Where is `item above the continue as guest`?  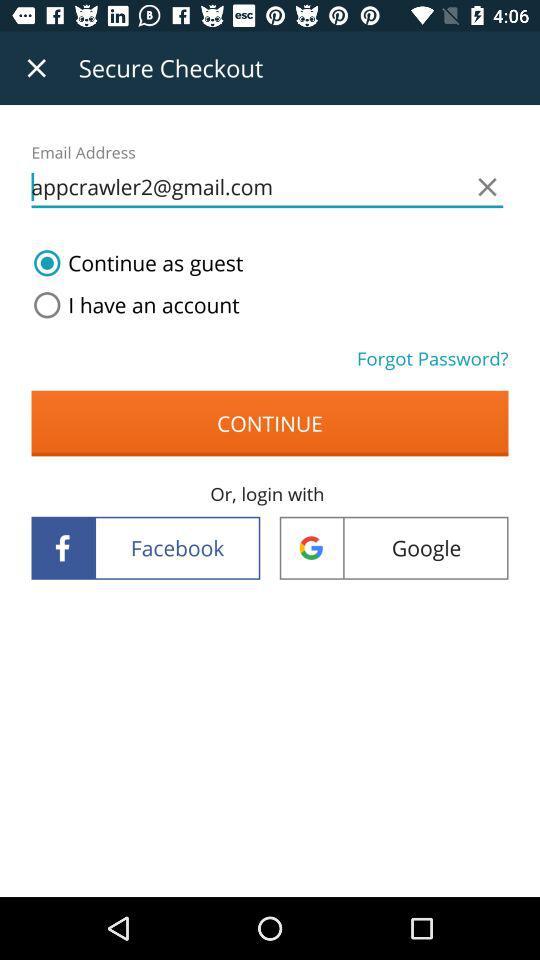
item above the continue as guest is located at coordinates (267, 187).